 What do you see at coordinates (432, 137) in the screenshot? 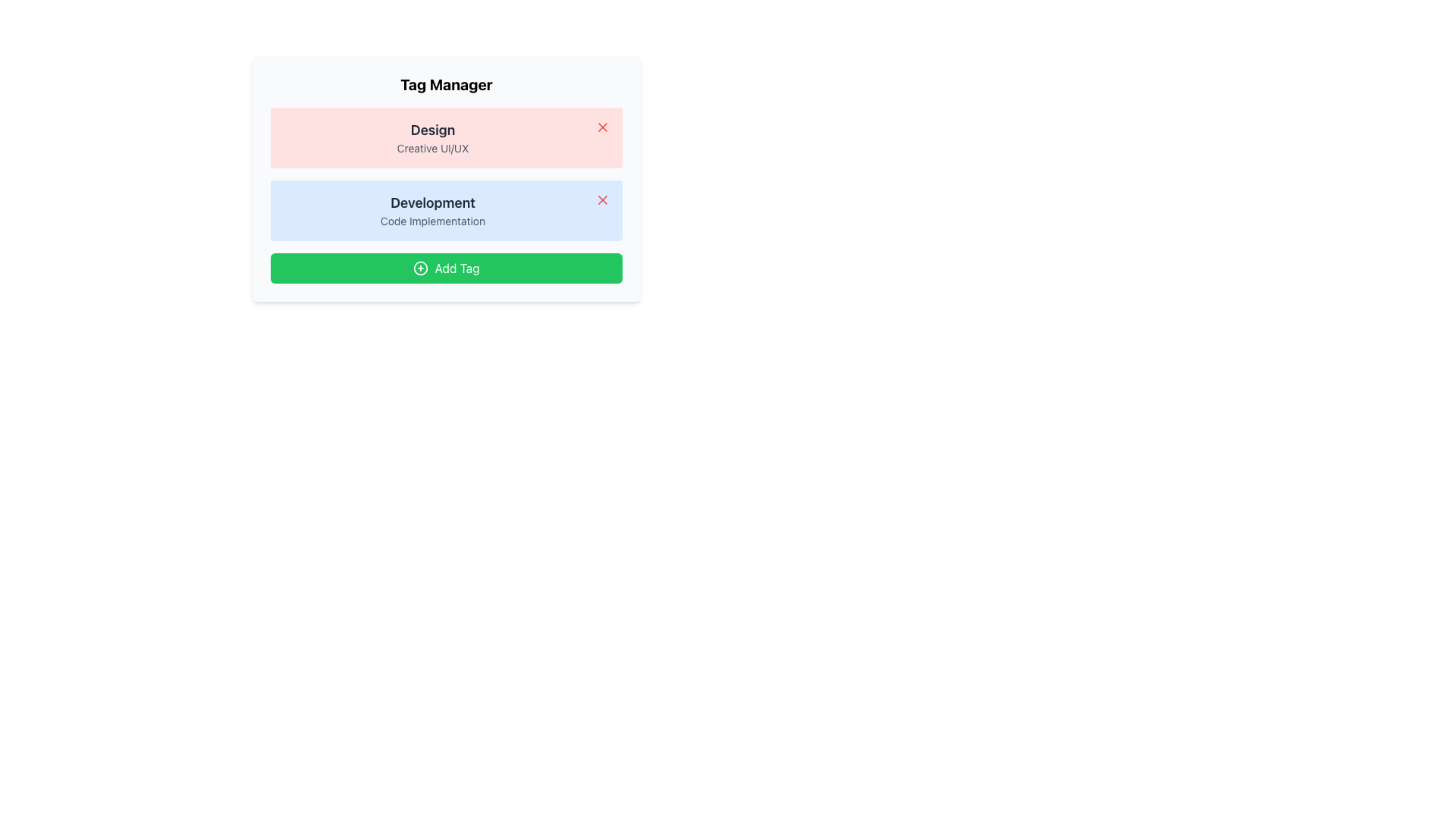
I see `the 'Design' label in the Tag Manager section, which represents the subcategory 'Creative UI/UX'` at bounding box center [432, 137].